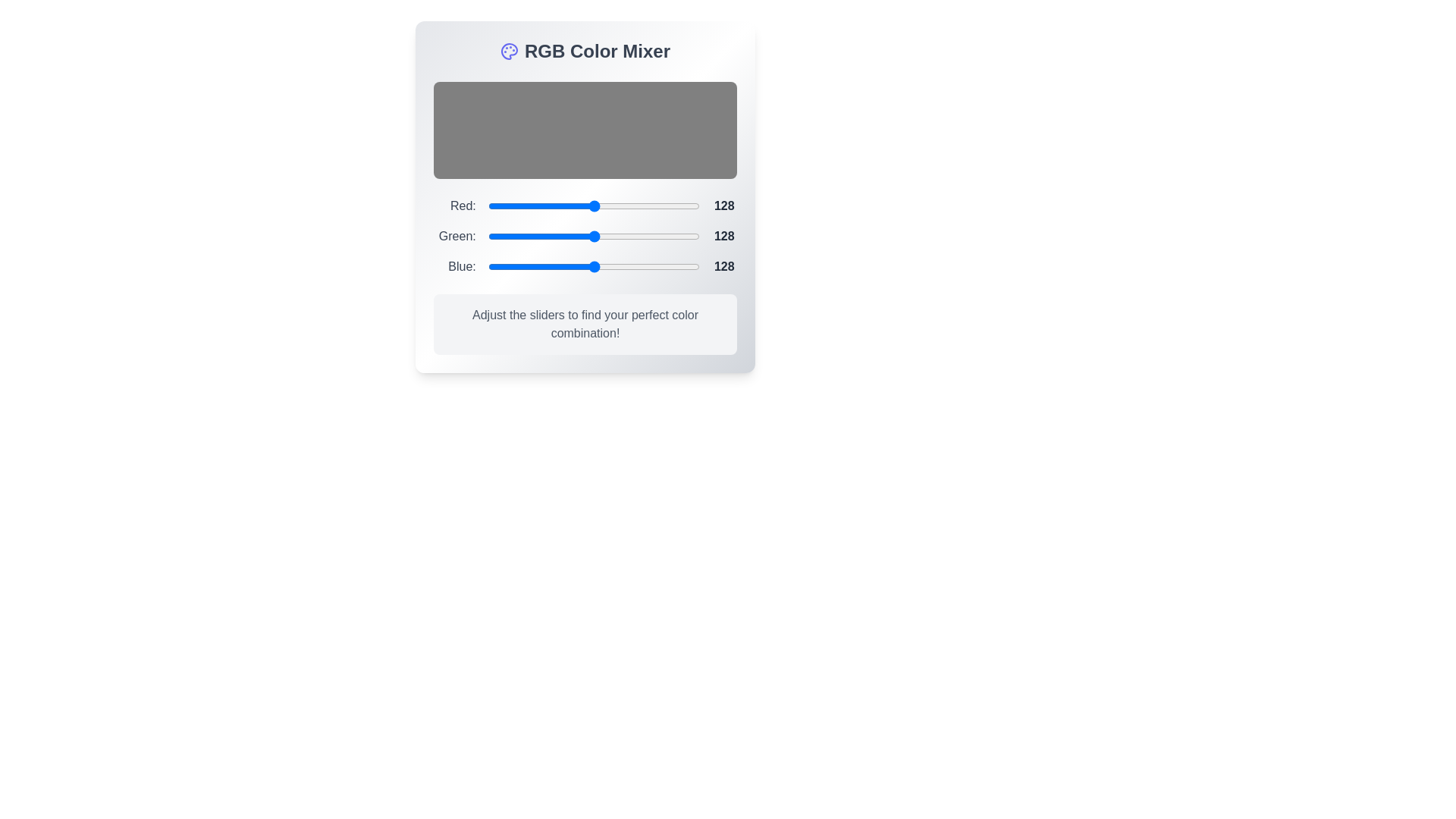 The height and width of the screenshot is (819, 1456). Describe the element at coordinates (689, 237) in the screenshot. I see `the 1 slider to a value of 232` at that location.